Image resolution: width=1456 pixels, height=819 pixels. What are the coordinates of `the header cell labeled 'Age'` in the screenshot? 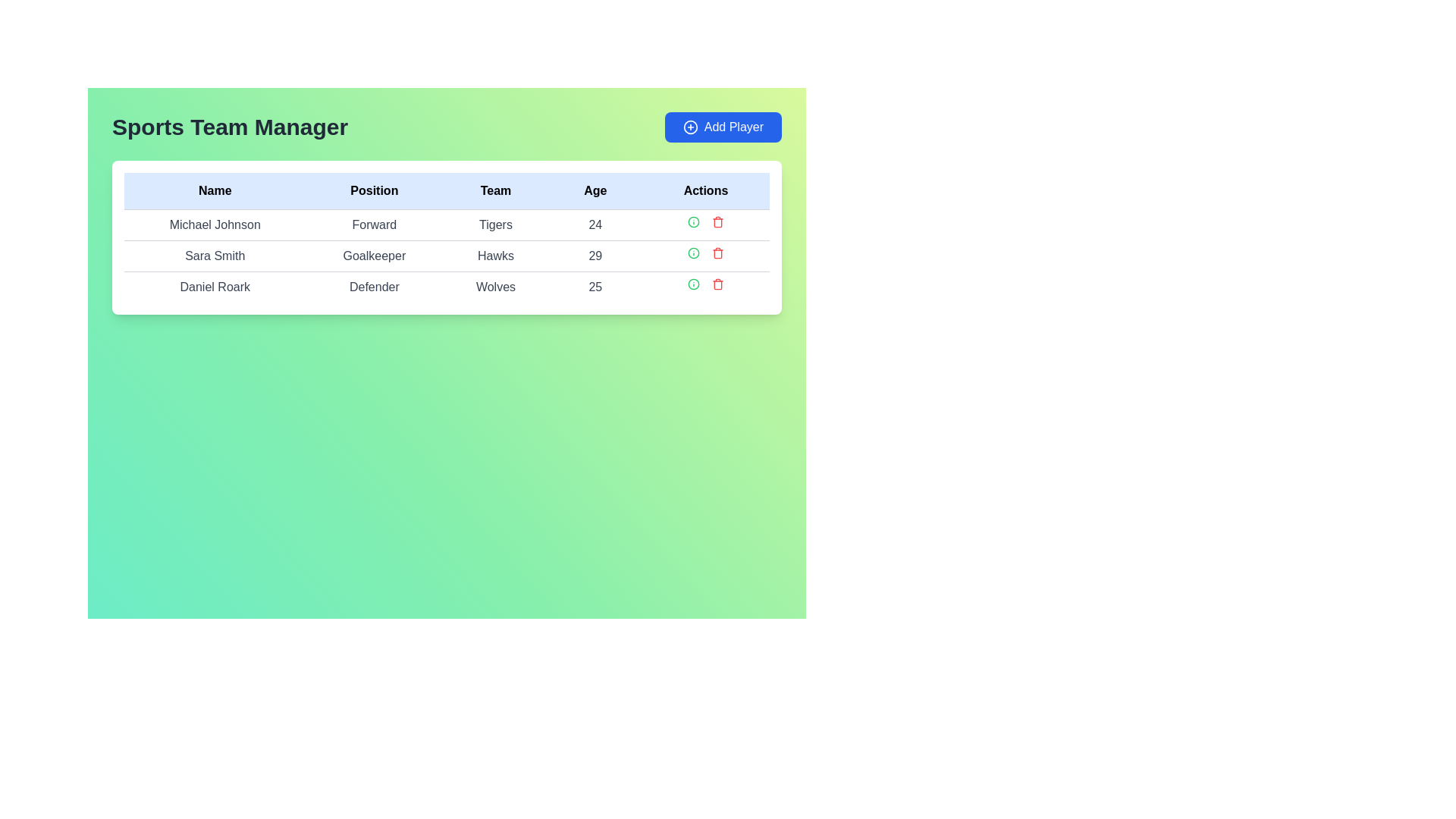 It's located at (595, 190).